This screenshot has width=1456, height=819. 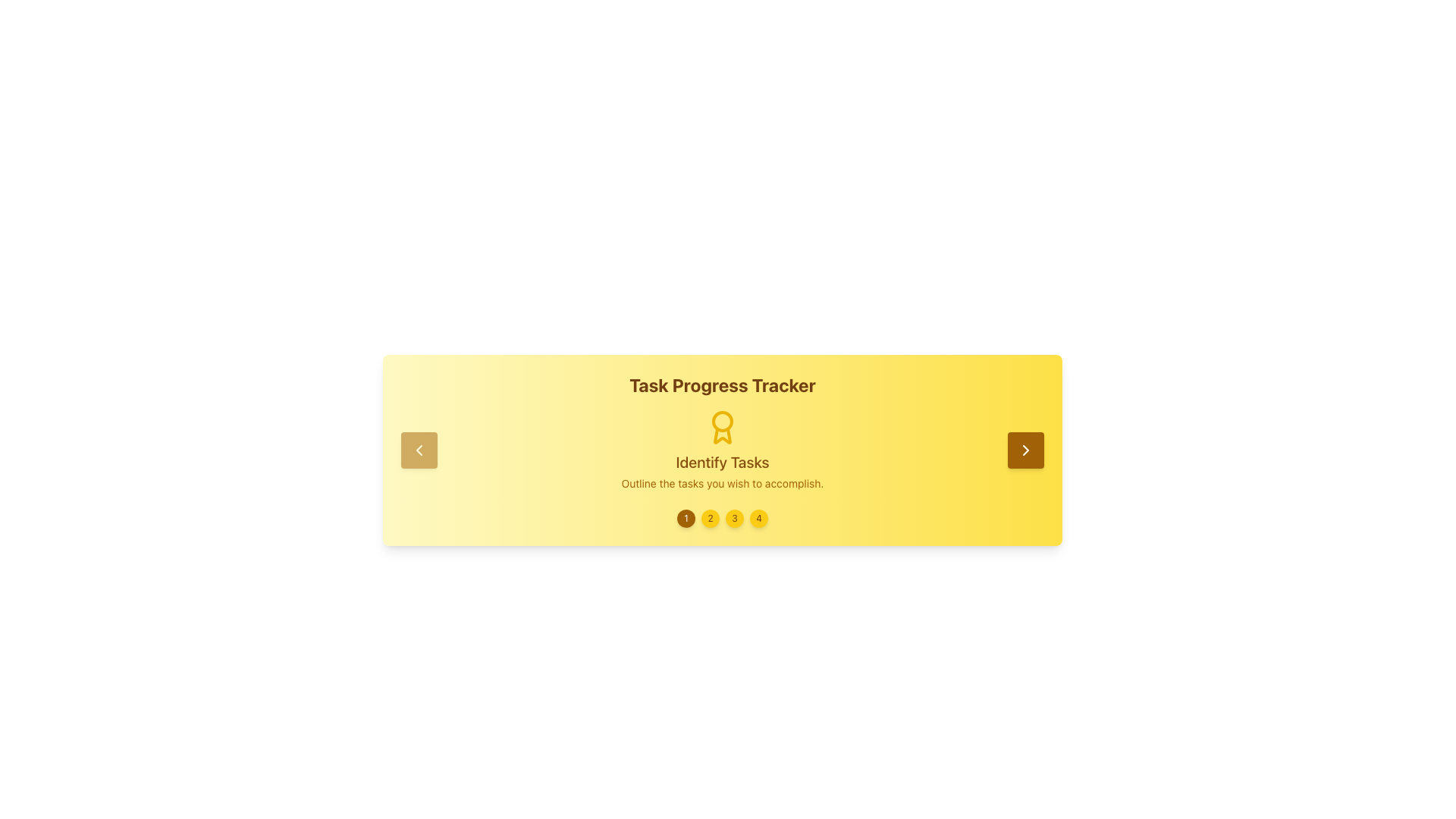 I want to click on the circular decorative component located inside the medal icon beneath the heading 'Task Progress Tracker', so click(x=722, y=421).